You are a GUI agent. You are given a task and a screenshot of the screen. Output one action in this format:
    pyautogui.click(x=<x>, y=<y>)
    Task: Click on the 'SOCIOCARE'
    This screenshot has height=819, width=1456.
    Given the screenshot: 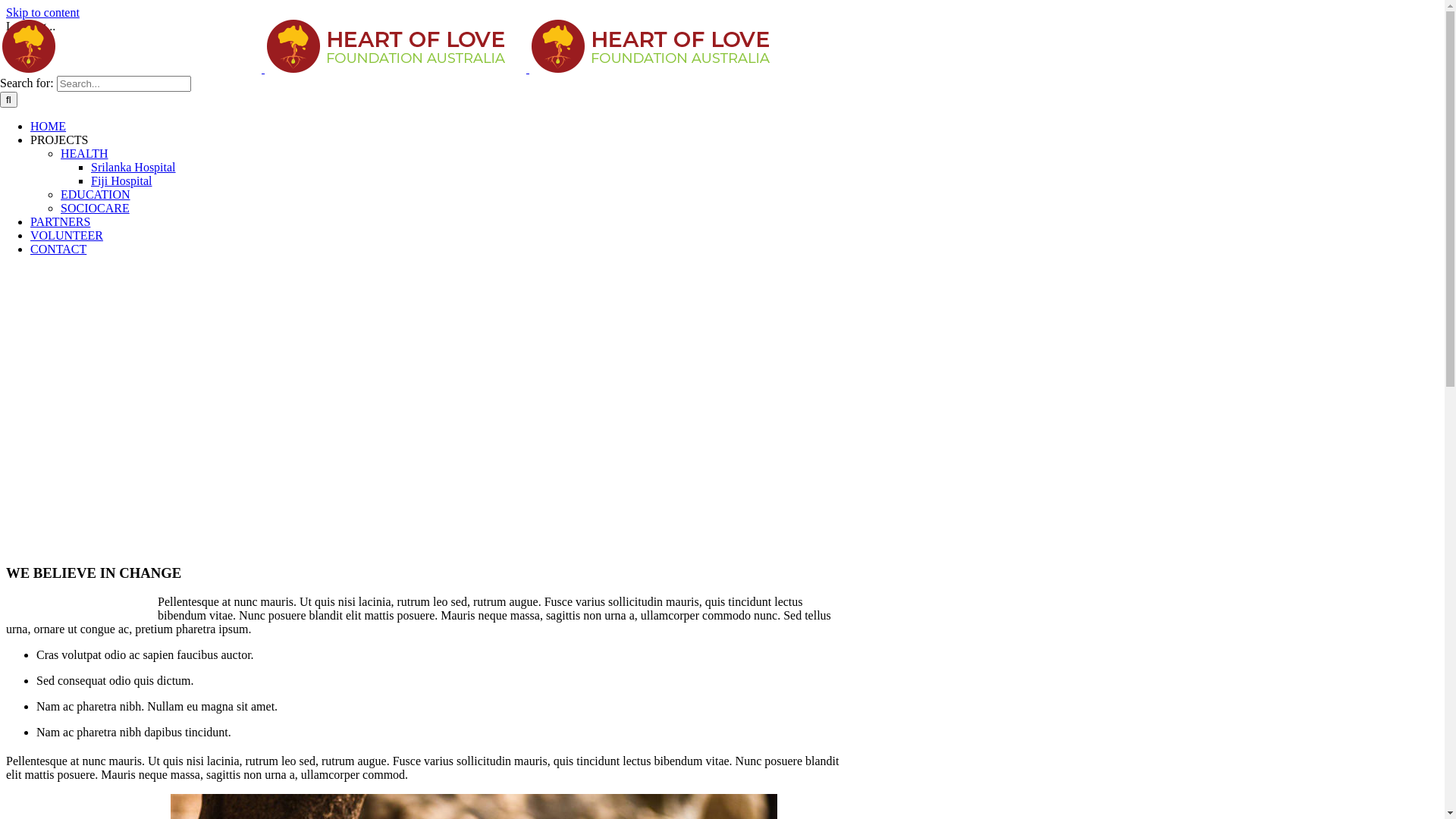 What is the action you would take?
    pyautogui.click(x=94, y=208)
    